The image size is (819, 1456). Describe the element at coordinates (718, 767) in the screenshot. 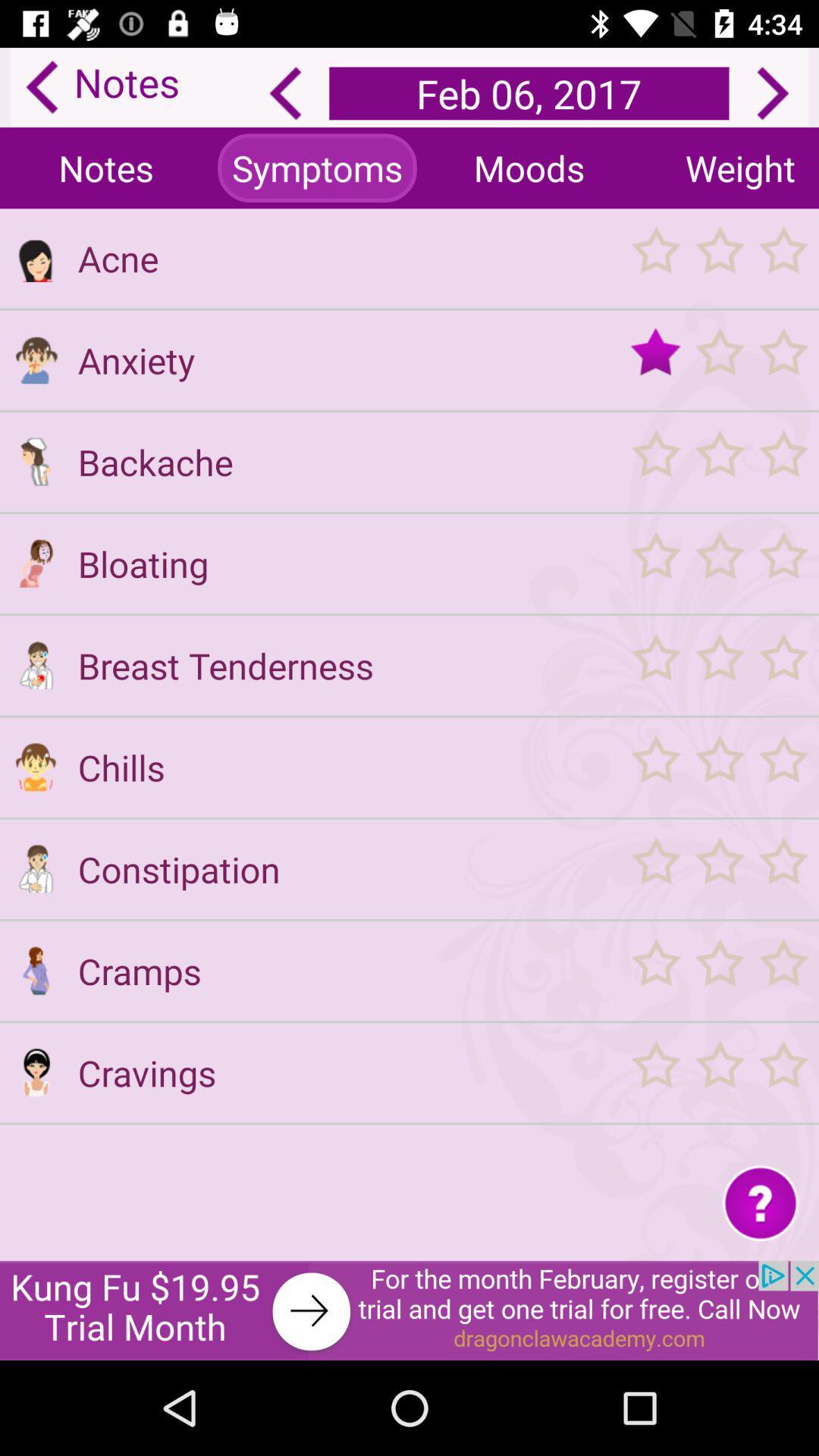

I see `a rating` at that location.